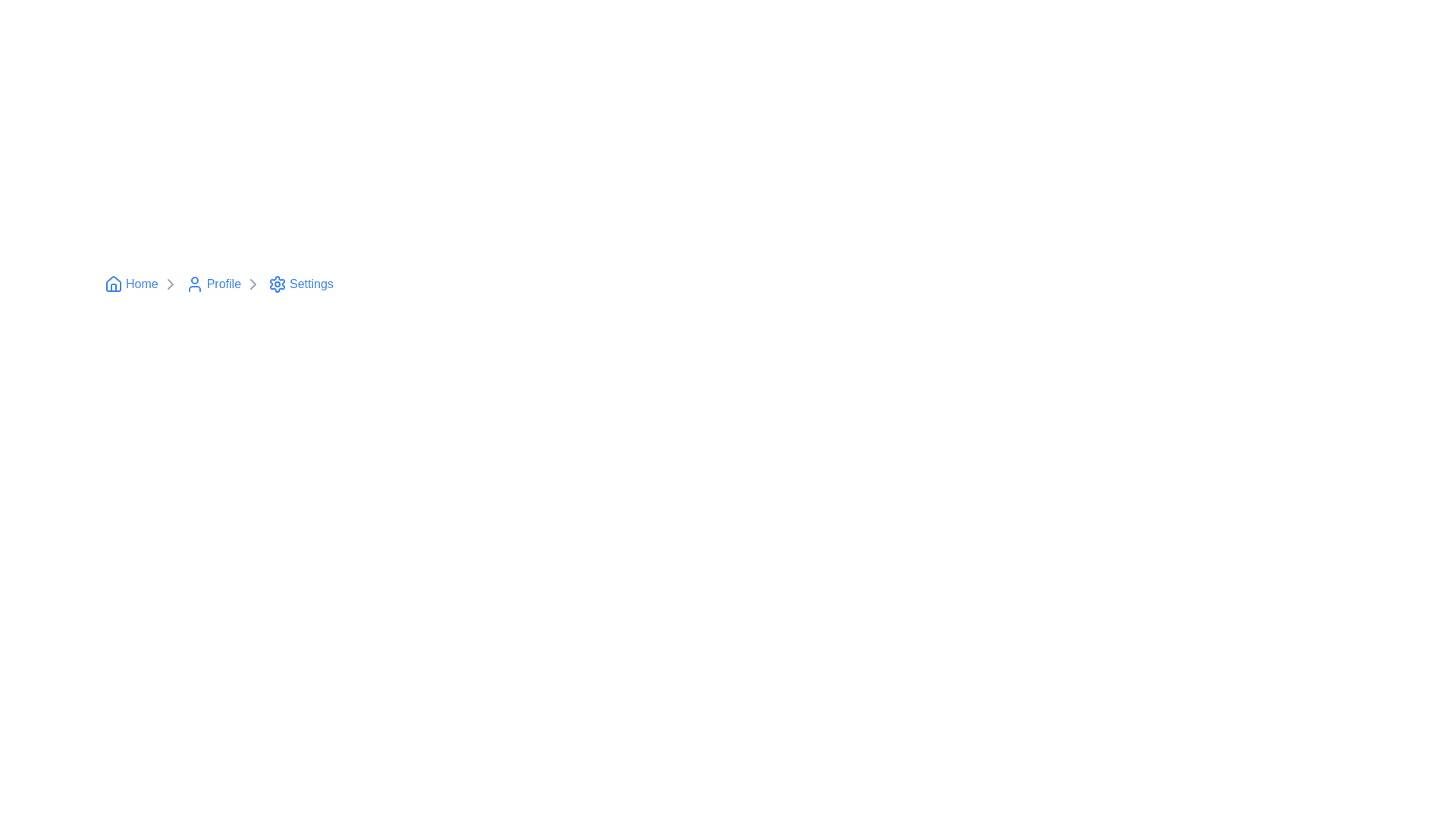  I want to click on the gear-like icon with a blue outline representing settings functionality, located to the left of the text 'Settings', so click(278, 284).